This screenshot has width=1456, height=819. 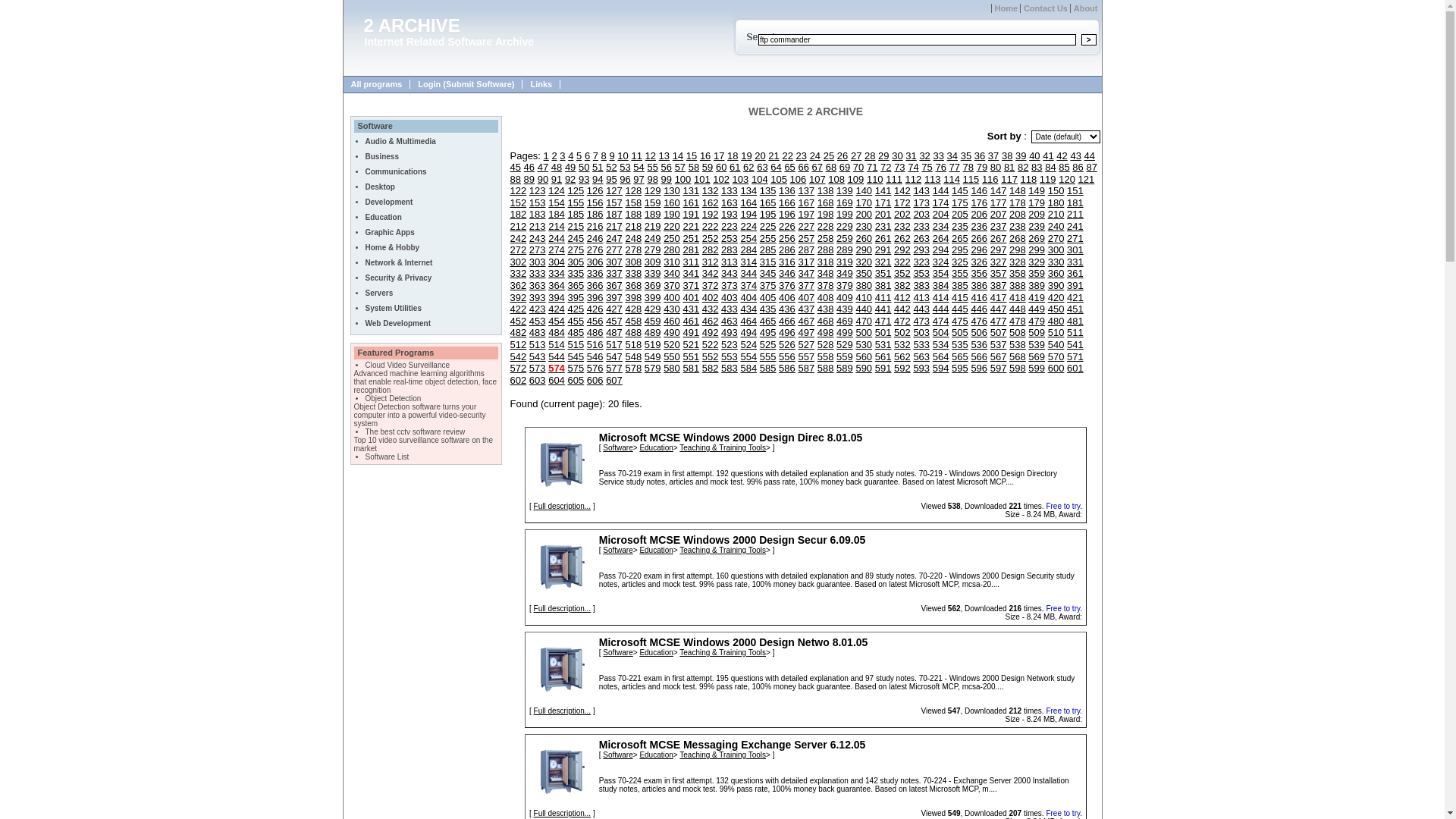 What do you see at coordinates (959, 238) in the screenshot?
I see `'265'` at bounding box center [959, 238].